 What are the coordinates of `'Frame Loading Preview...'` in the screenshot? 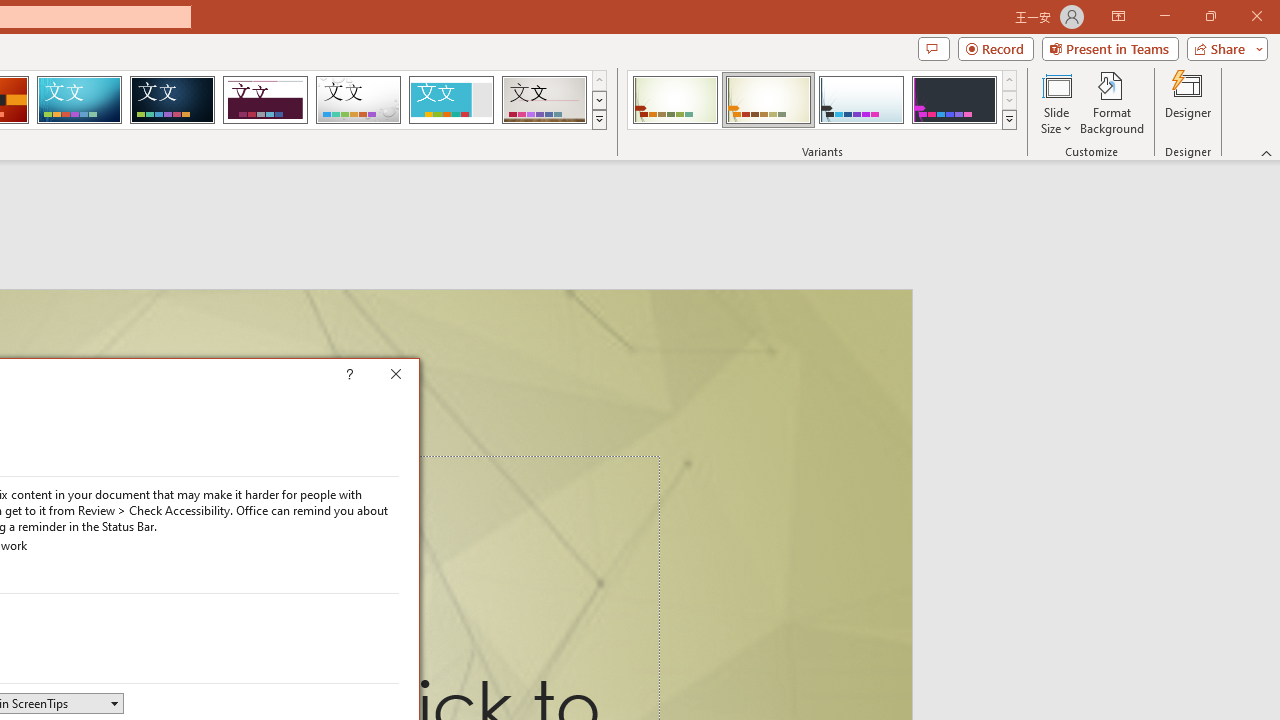 It's located at (450, 100).